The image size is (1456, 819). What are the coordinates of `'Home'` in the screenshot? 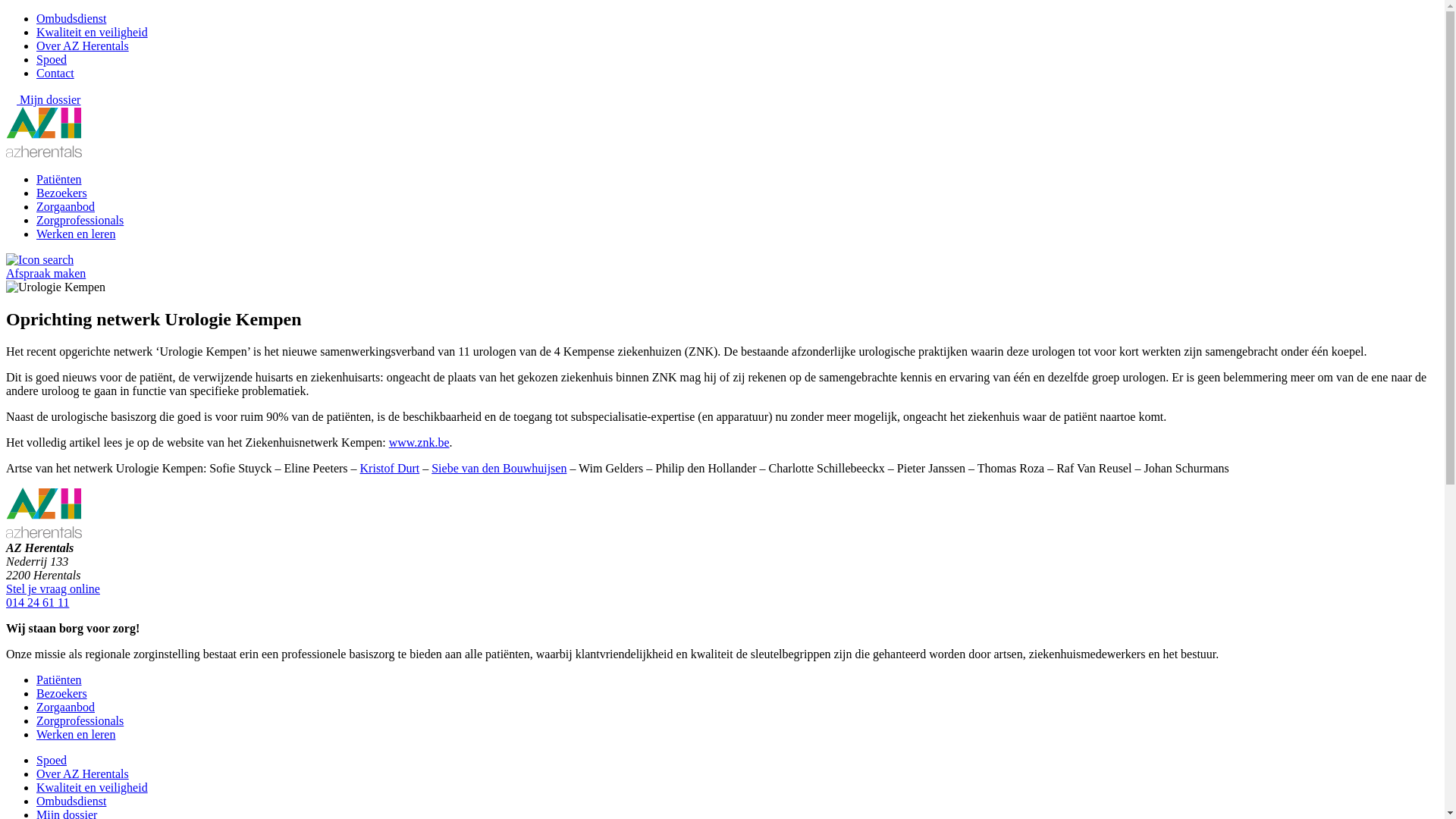 It's located at (43, 533).